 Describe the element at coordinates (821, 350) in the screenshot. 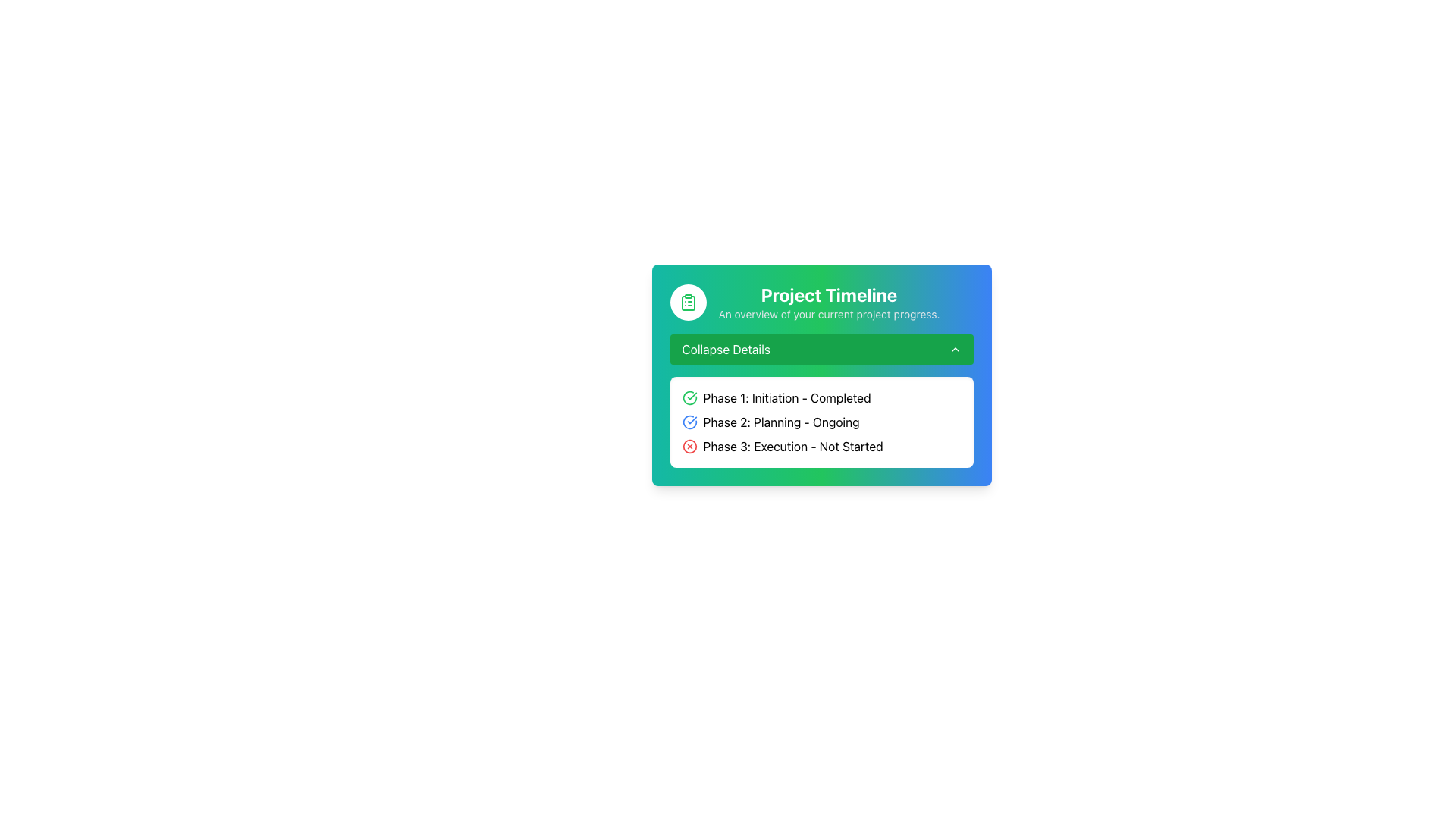

I see `the 'Collapse Details' button located in the green section of the card-like interface` at that location.